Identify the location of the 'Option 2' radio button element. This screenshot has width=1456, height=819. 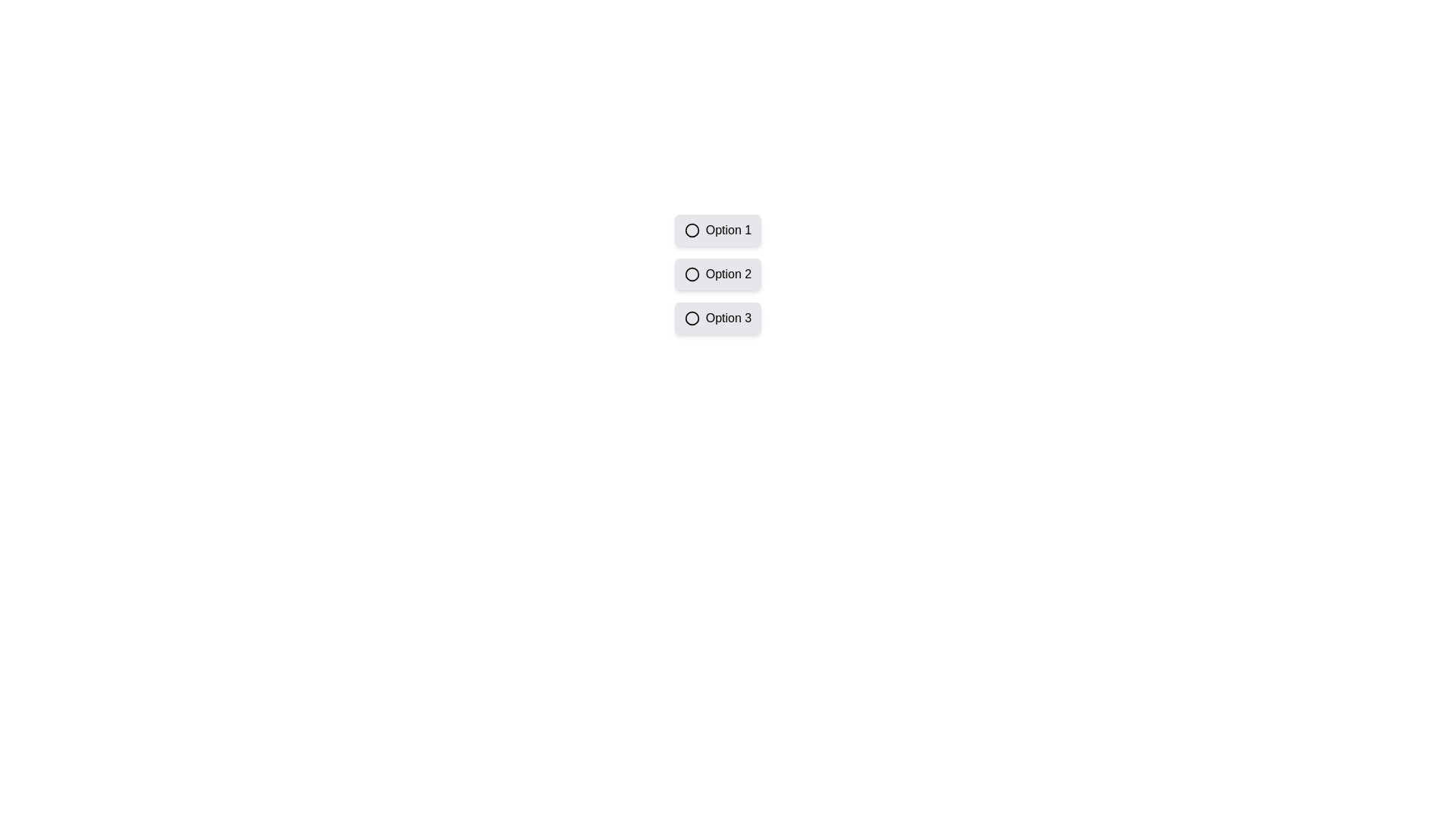
(717, 275).